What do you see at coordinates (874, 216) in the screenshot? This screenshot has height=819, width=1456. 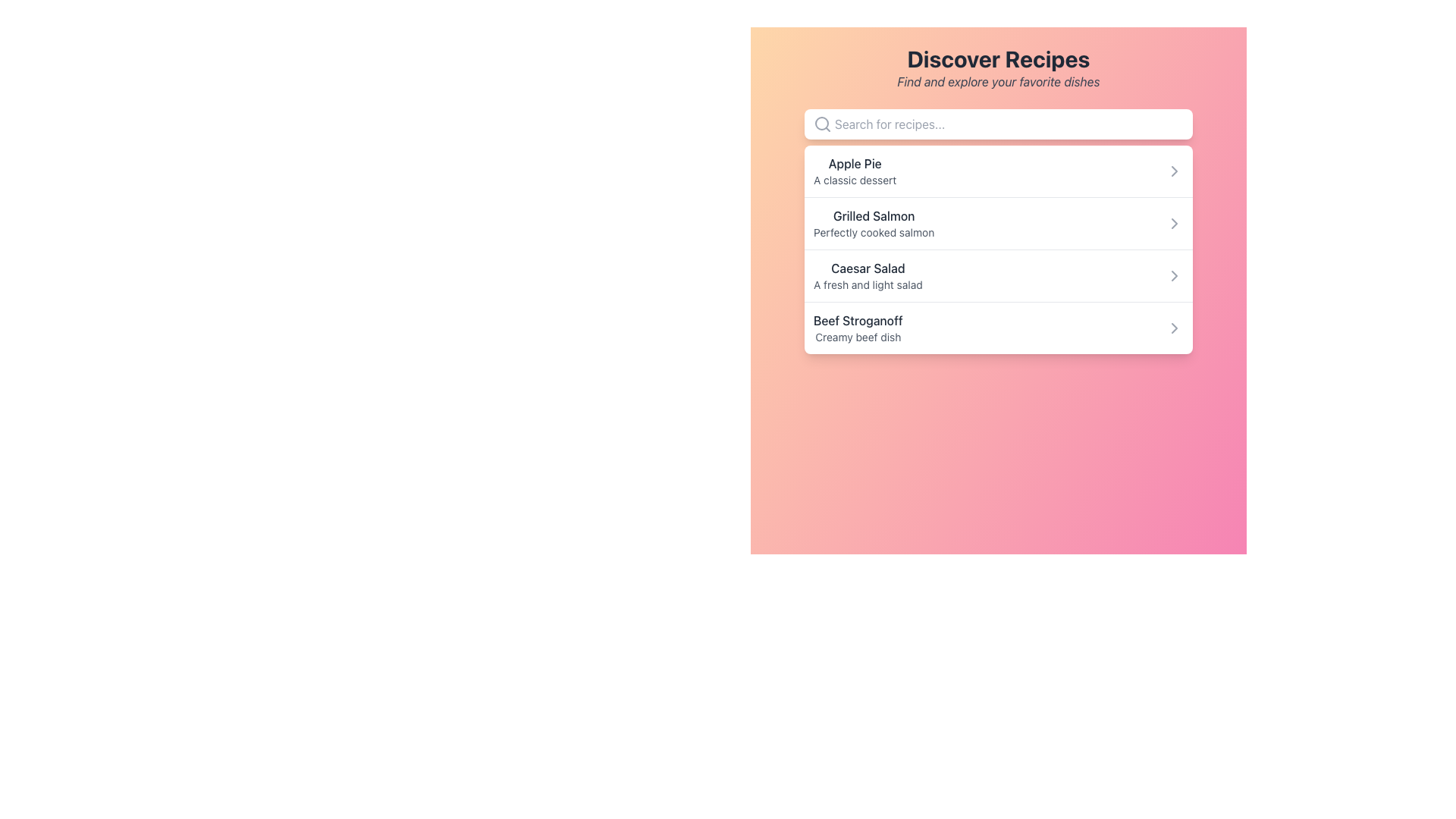 I see `text label of the second list item titled 'Grilled Salmon', which serves as the main identifier for this recipe` at bounding box center [874, 216].